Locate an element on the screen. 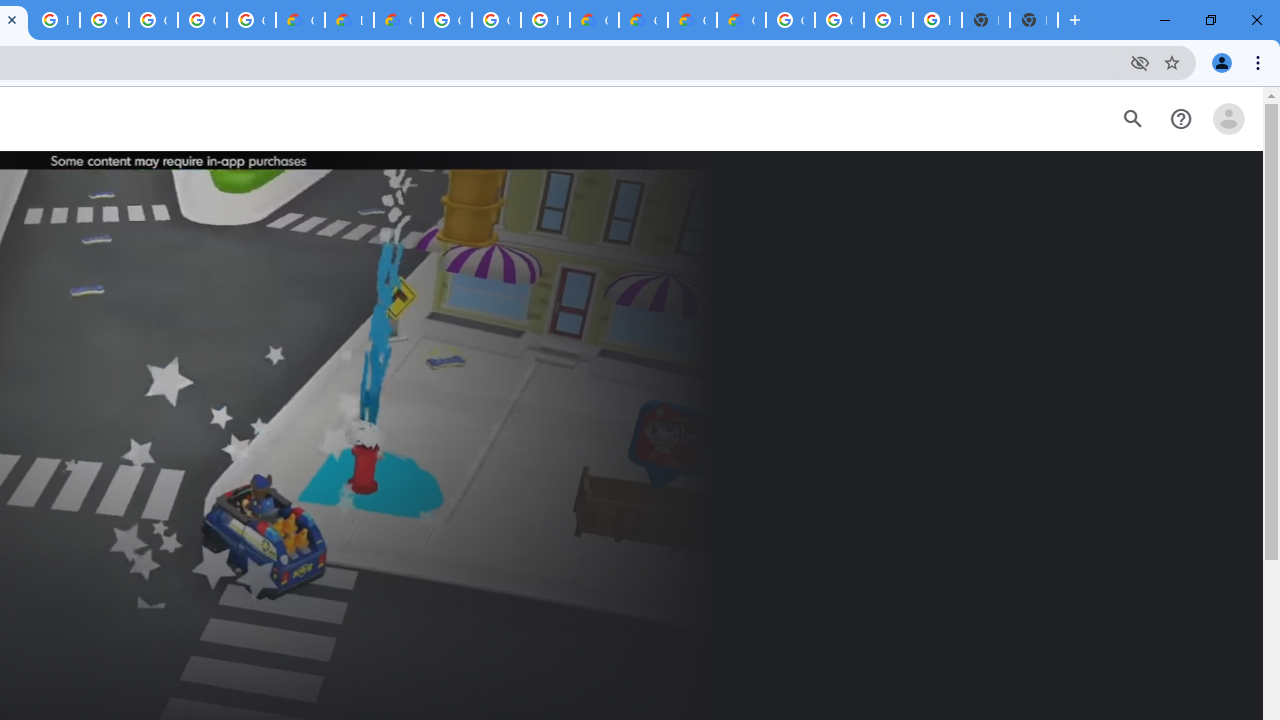 The image size is (1280, 720). 'Google Cloud Platform' is located at coordinates (496, 20).